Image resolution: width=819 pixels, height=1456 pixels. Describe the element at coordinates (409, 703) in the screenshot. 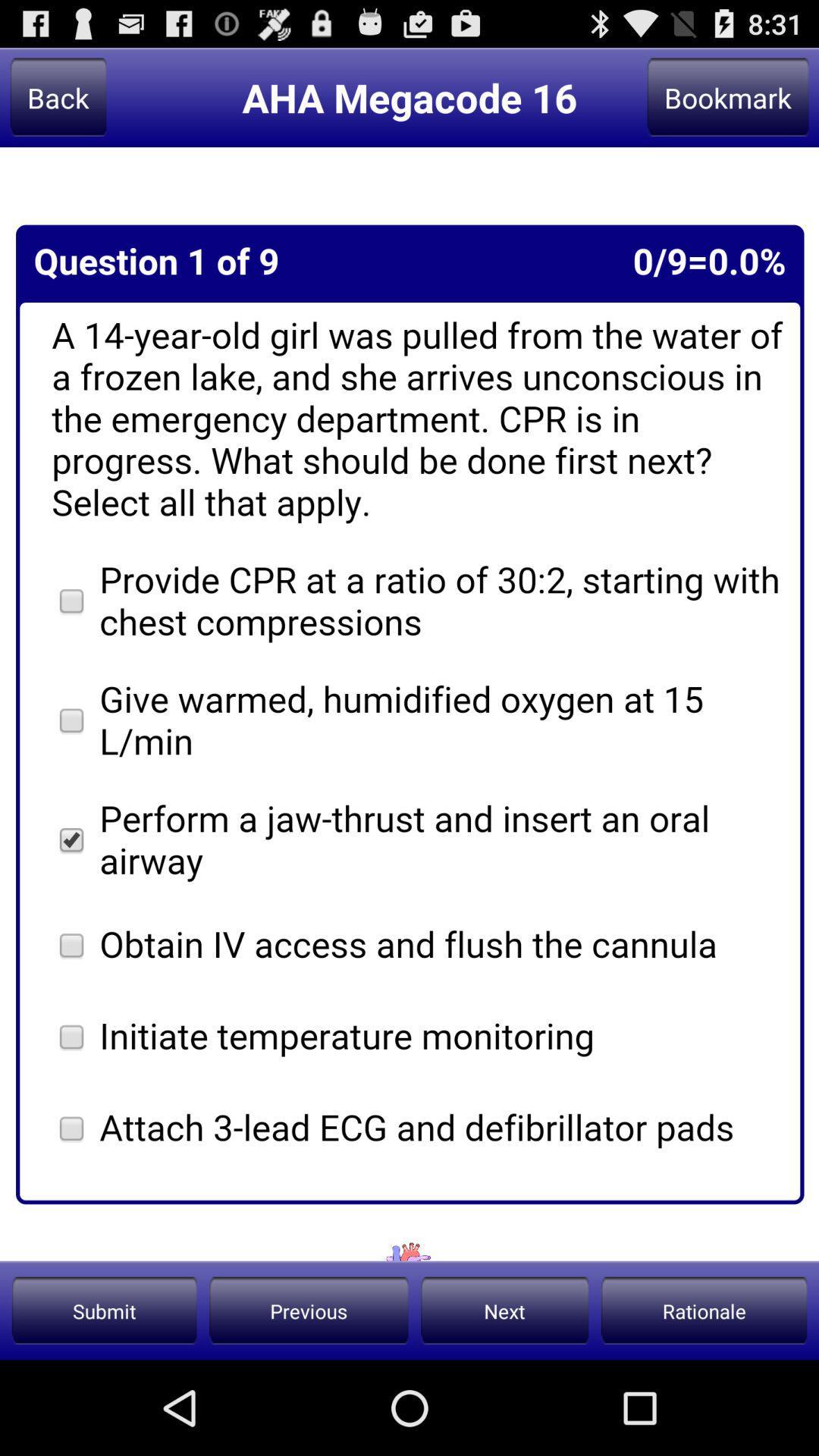

I see `description` at that location.